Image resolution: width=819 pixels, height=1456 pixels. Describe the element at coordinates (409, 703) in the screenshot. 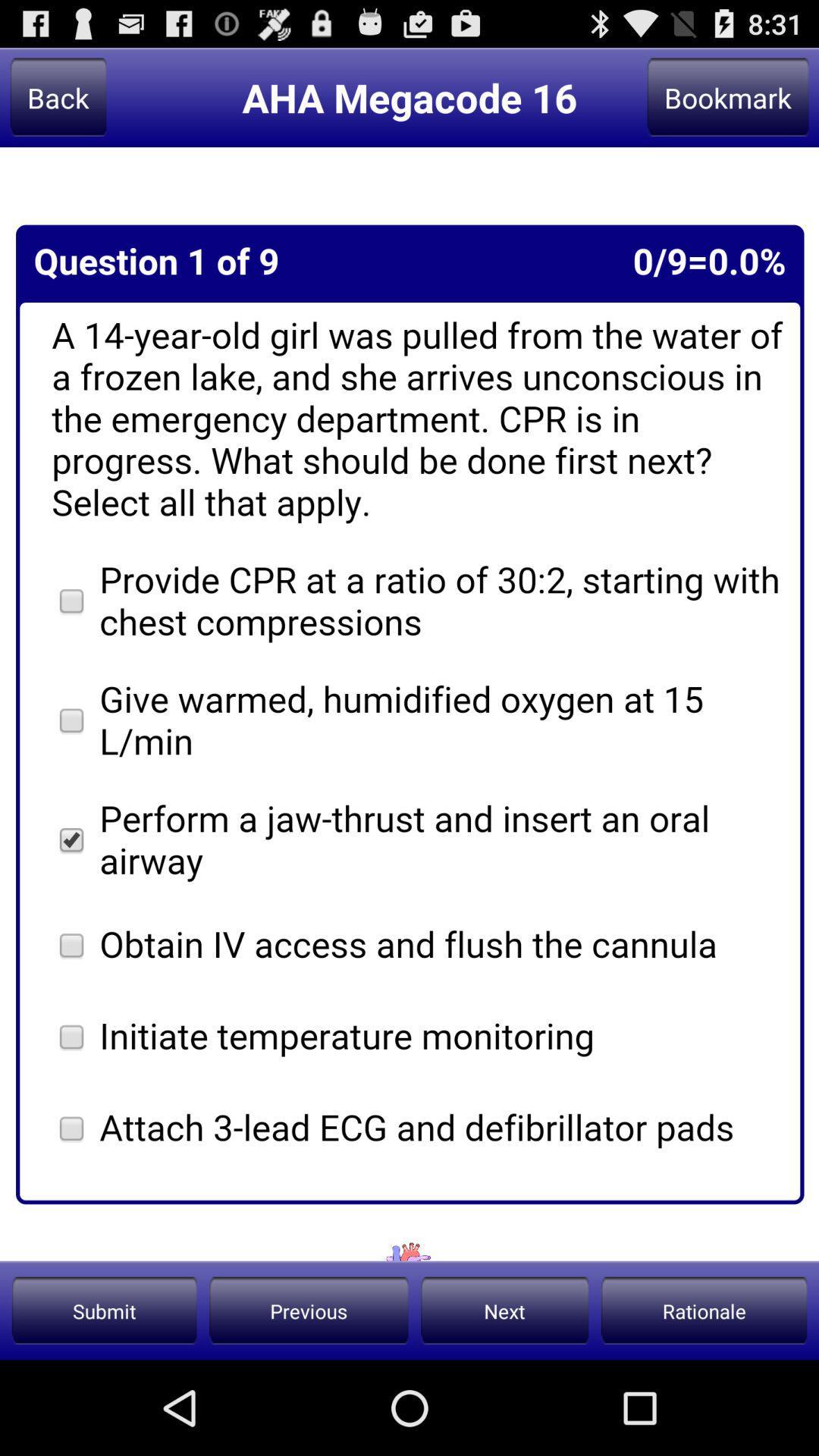

I see `description` at that location.